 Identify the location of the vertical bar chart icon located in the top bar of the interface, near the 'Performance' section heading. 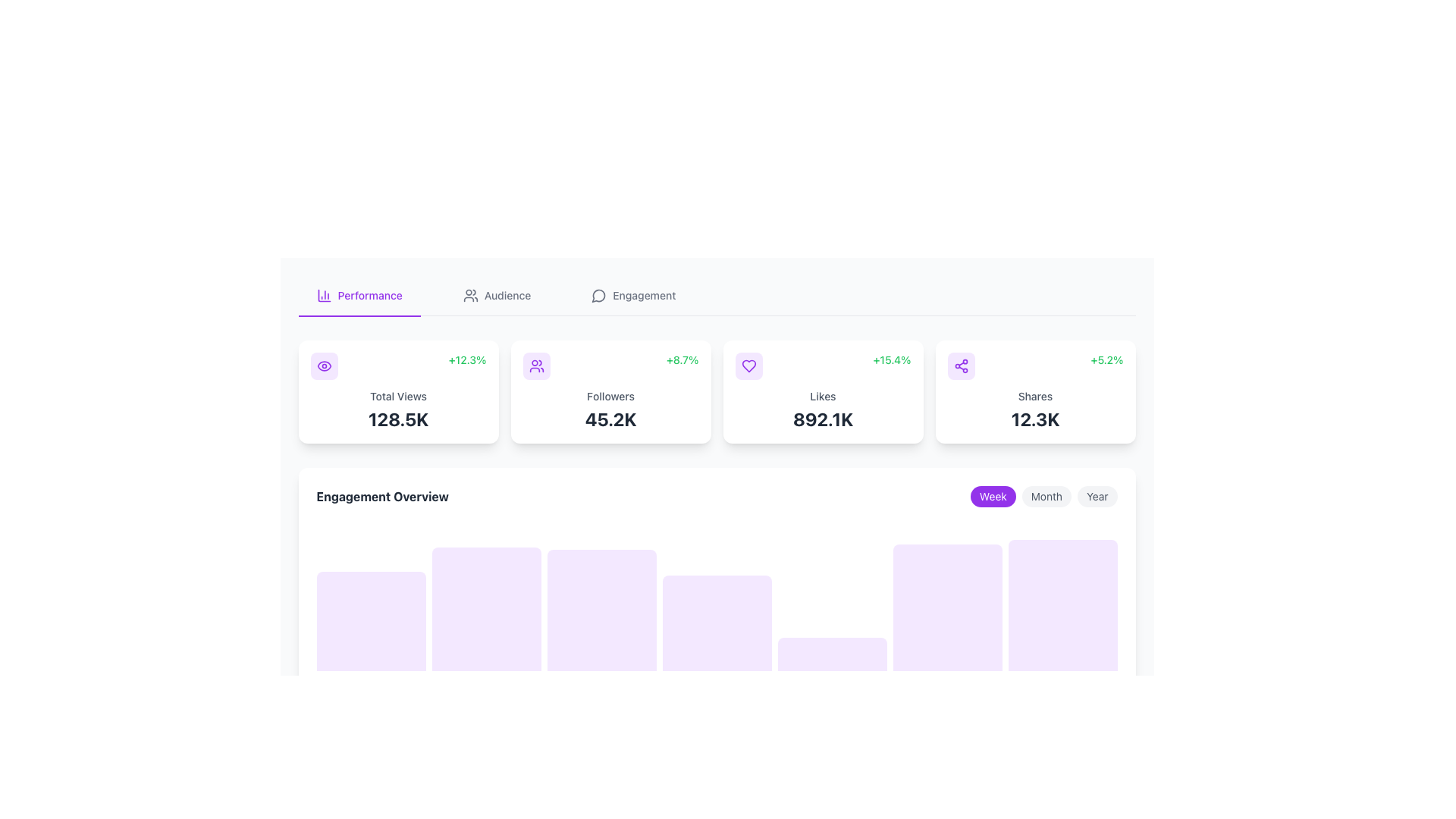
(323, 295).